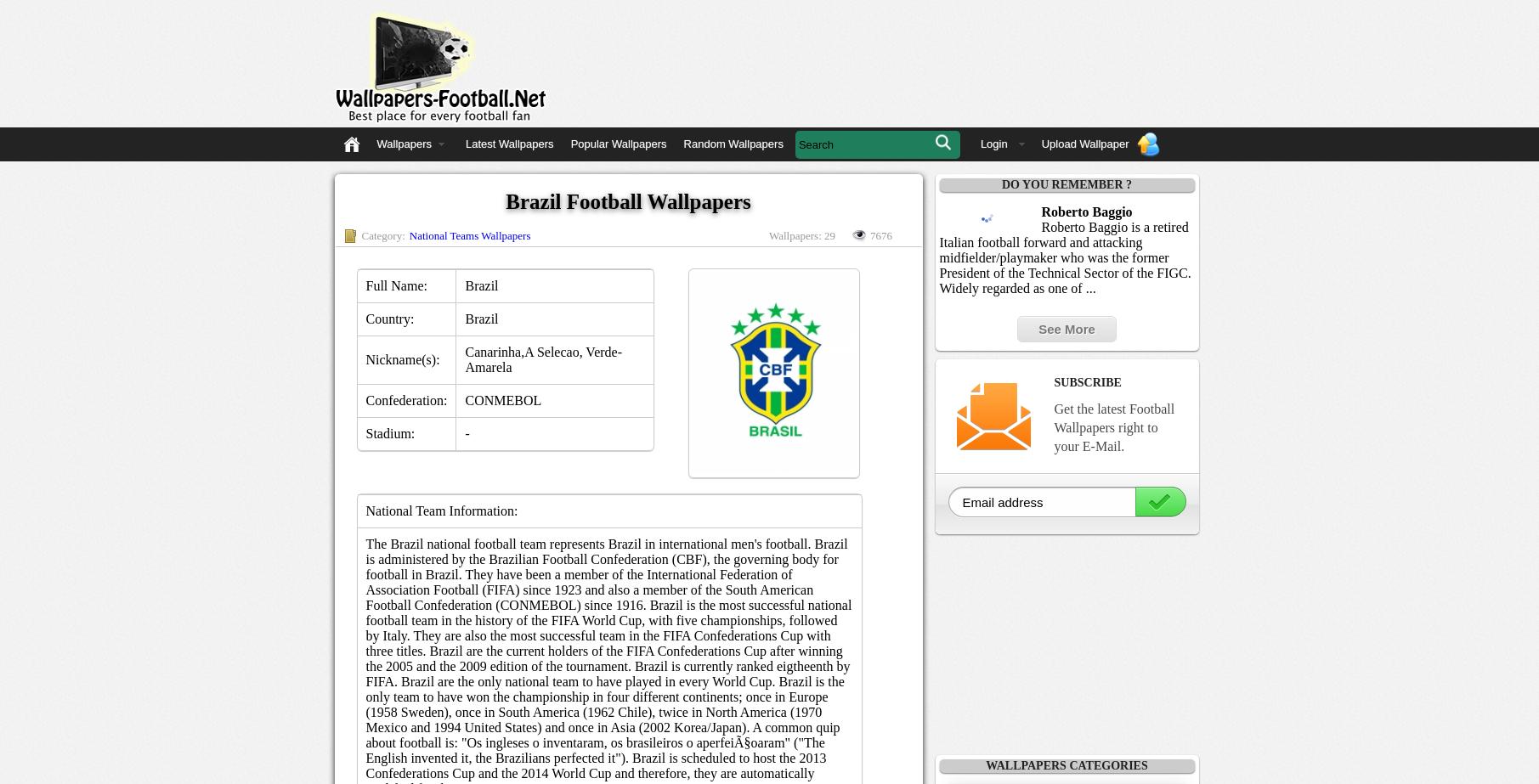 Image resolution: width=1539 pixels, height=784 pixels. What do you see at coordinates (405, 399) in the screenshot?
I see `'Confederation:'` at bounding box center [405, 399].